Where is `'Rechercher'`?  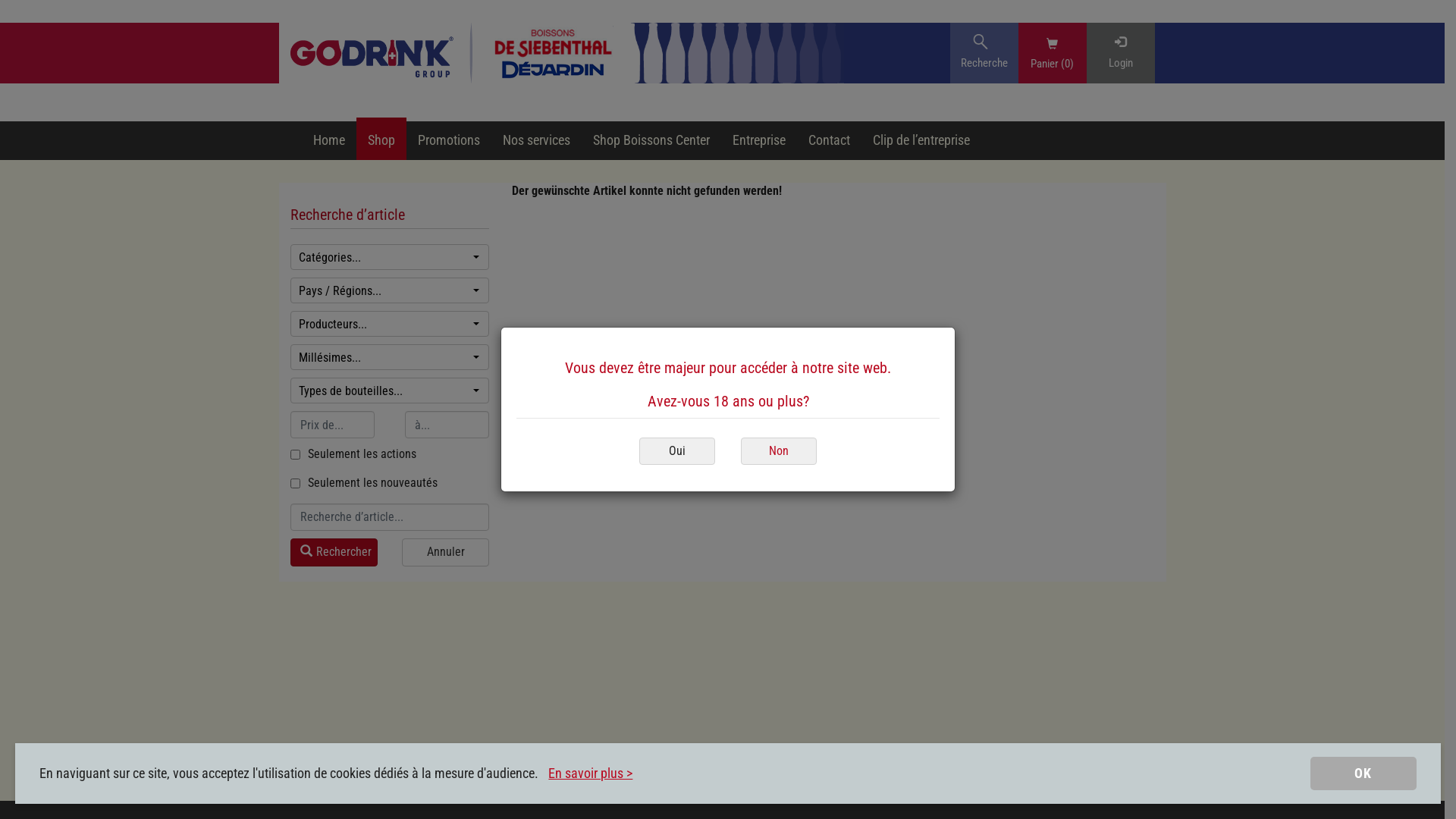 'Rechercher' is located at coordinates (332, 552).